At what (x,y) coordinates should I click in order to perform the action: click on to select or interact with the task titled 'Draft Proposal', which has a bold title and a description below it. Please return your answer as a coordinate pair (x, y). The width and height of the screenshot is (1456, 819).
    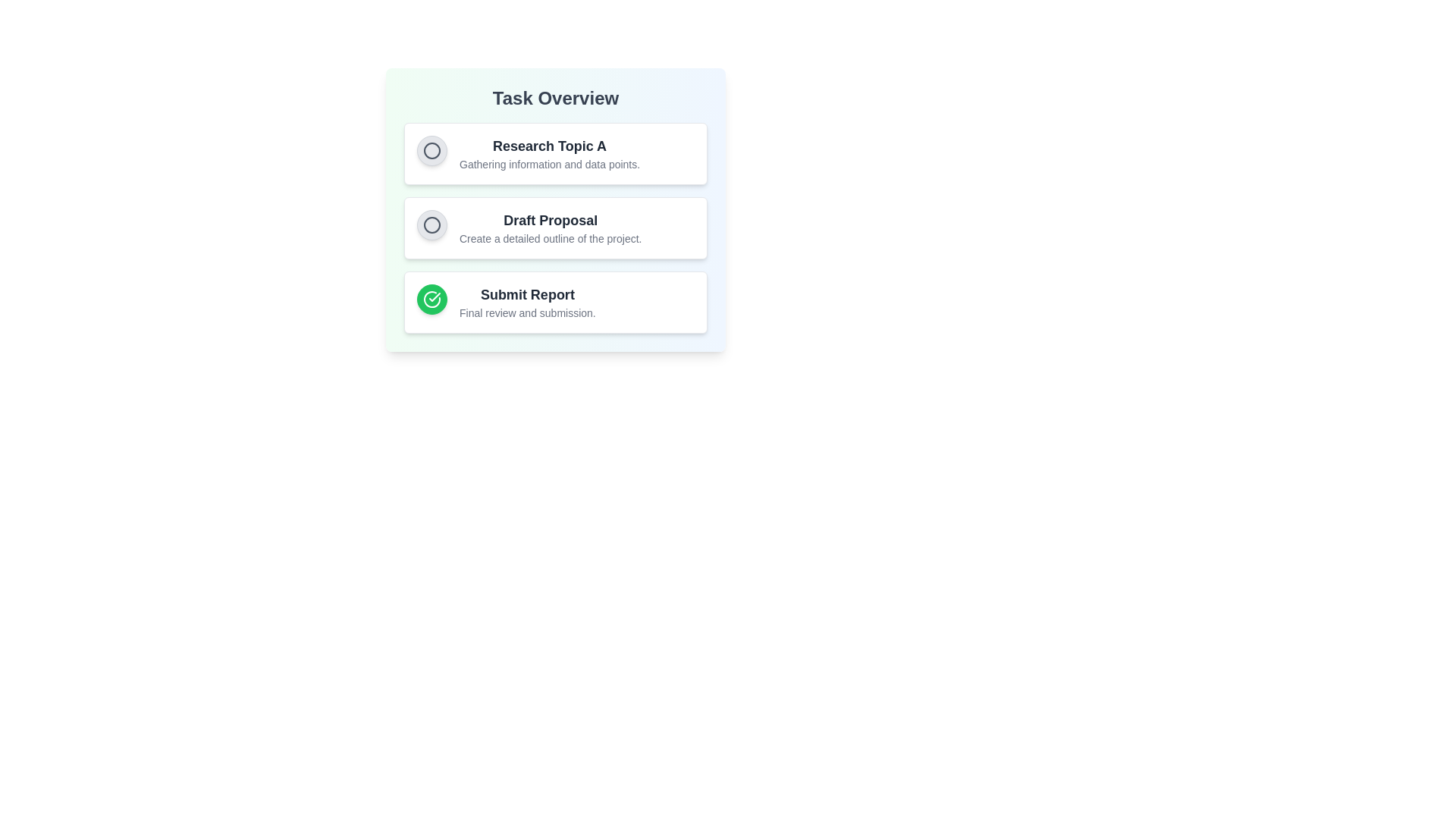
    Looking at the image, I should click on (550, 227).